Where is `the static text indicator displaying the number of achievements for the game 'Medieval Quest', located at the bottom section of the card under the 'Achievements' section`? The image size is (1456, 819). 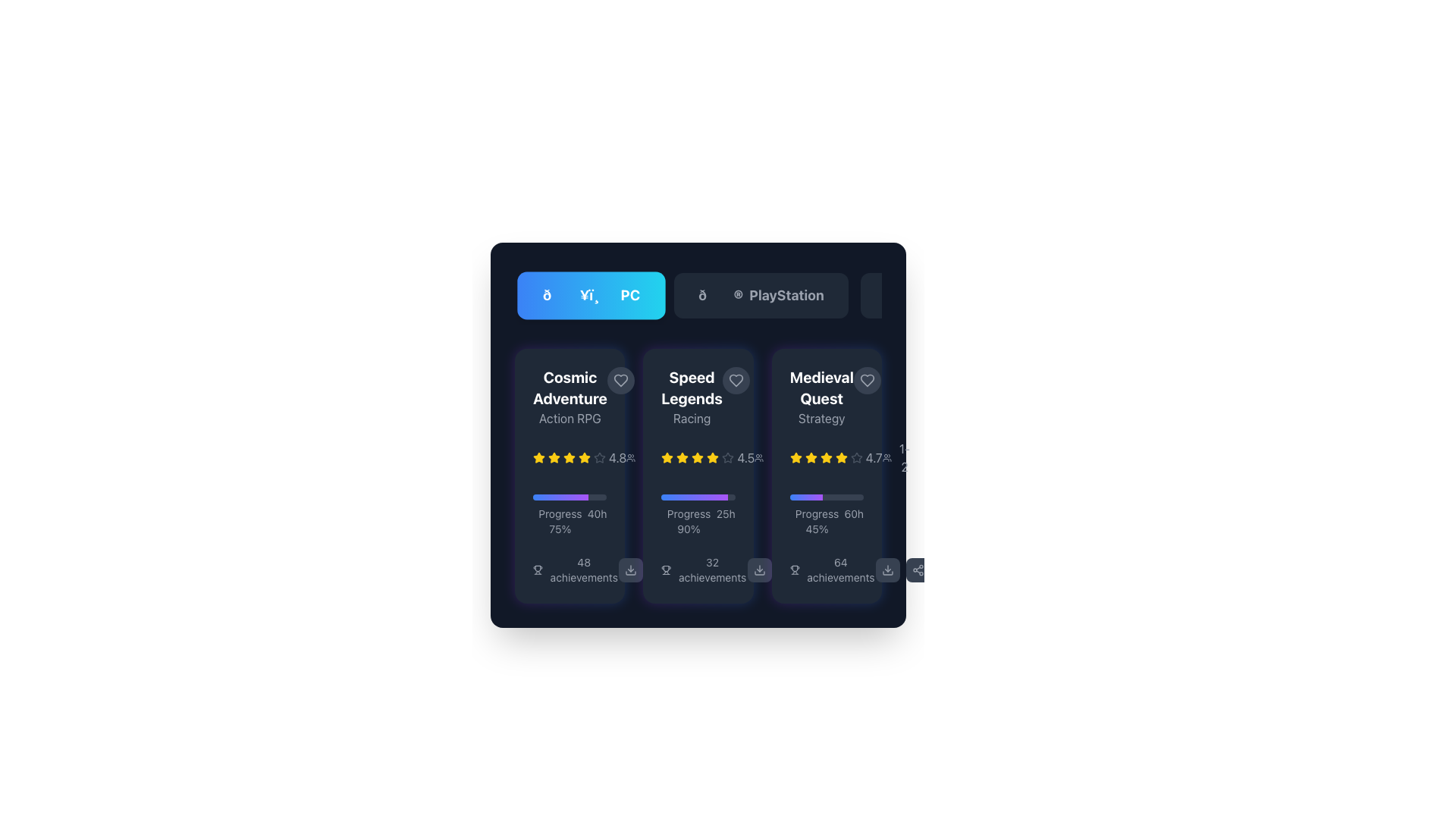
the static text indicator displaying the number of achievements for the game 'Medieval Quest', located at the bottom section of the card under the 'Achievements' section is located at coordinates (826, 570).